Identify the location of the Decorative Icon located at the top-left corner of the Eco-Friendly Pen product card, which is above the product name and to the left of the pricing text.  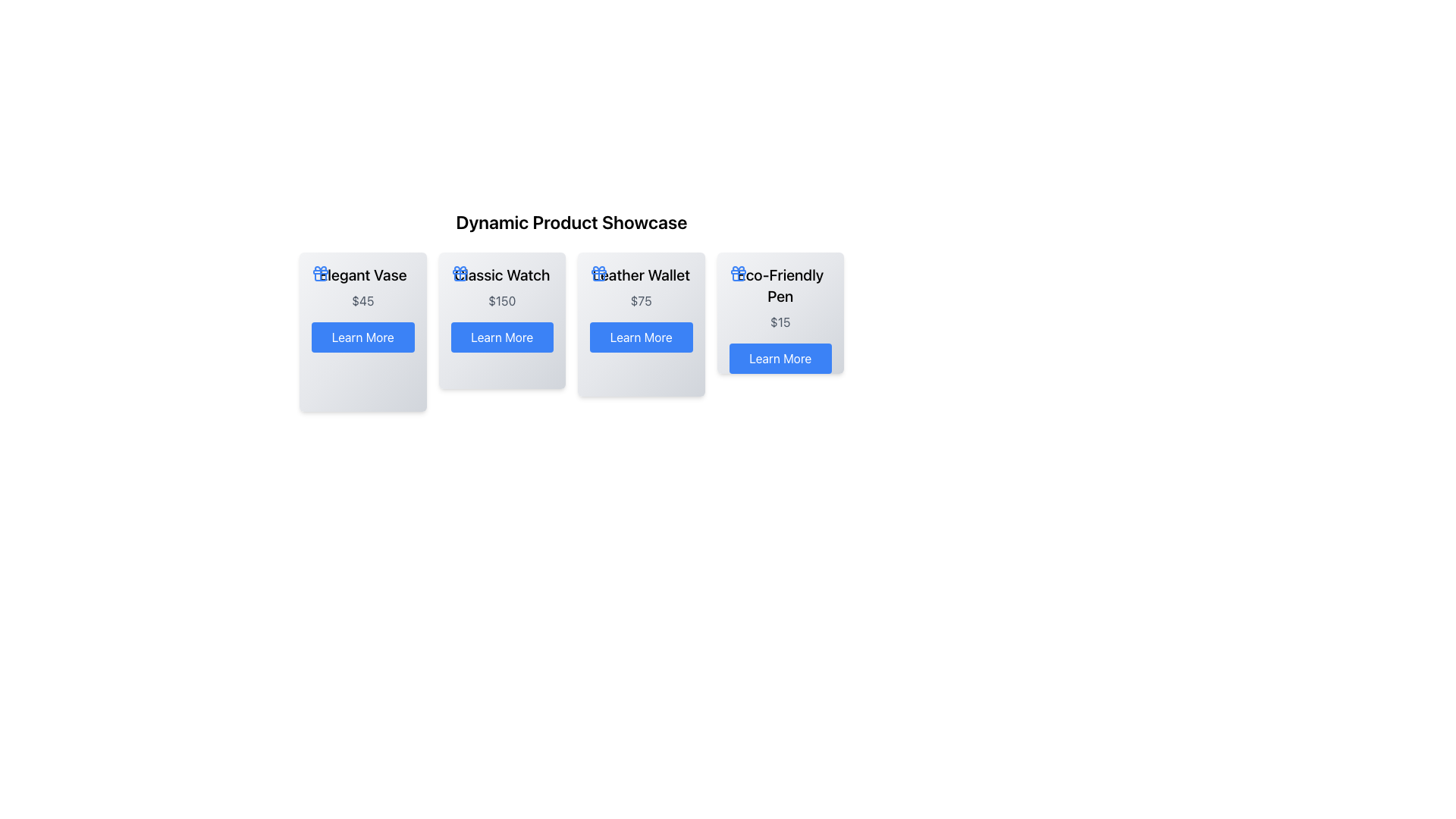
(738, 274).